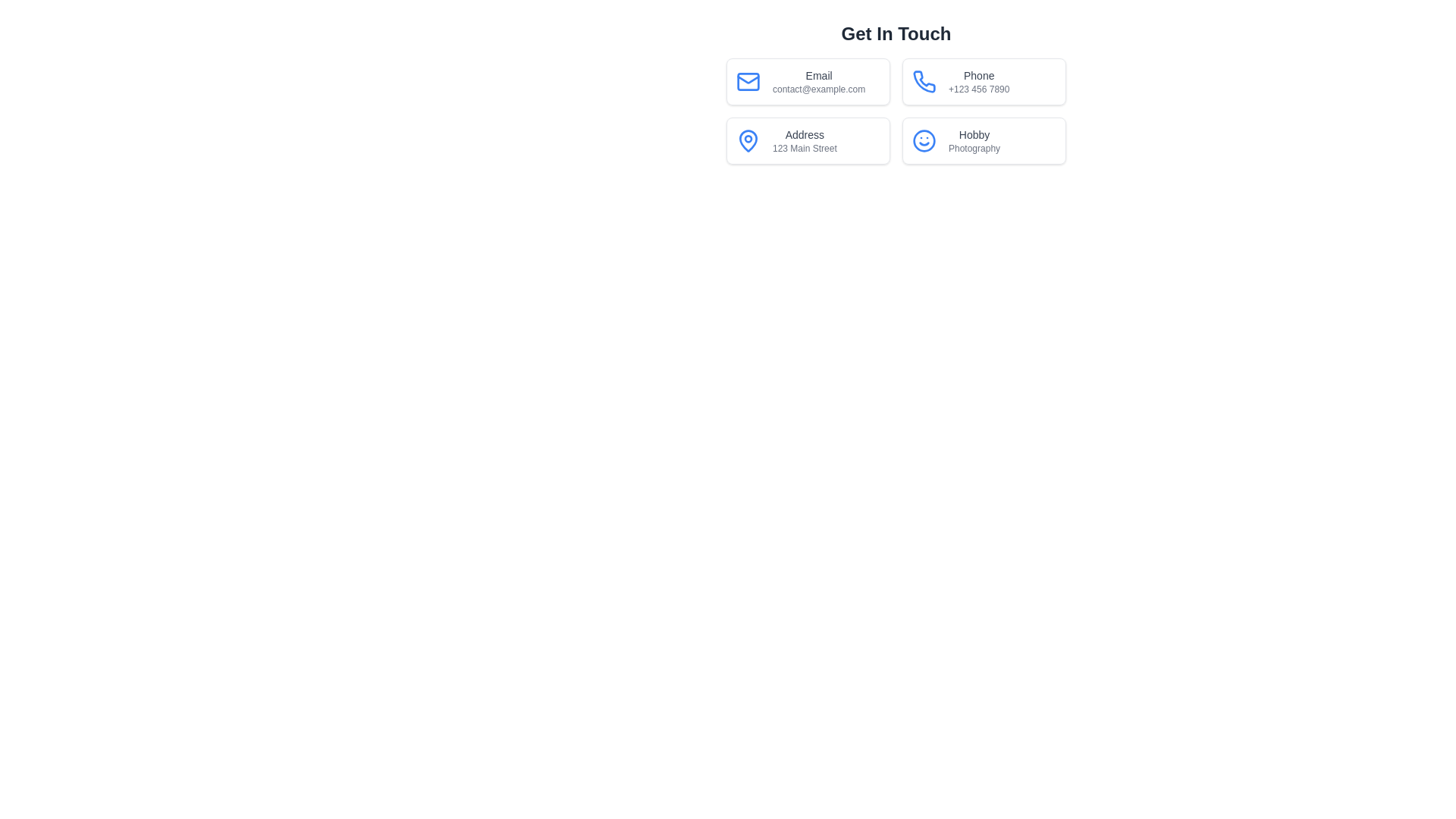  What do you see at coordinates (818, 82) in the screenshot?
I see `the static text display labeled 'Email' which shows the email address 'contact@example.com' in a bordered rectangular section for contact information` at bounding box center [818, 82].